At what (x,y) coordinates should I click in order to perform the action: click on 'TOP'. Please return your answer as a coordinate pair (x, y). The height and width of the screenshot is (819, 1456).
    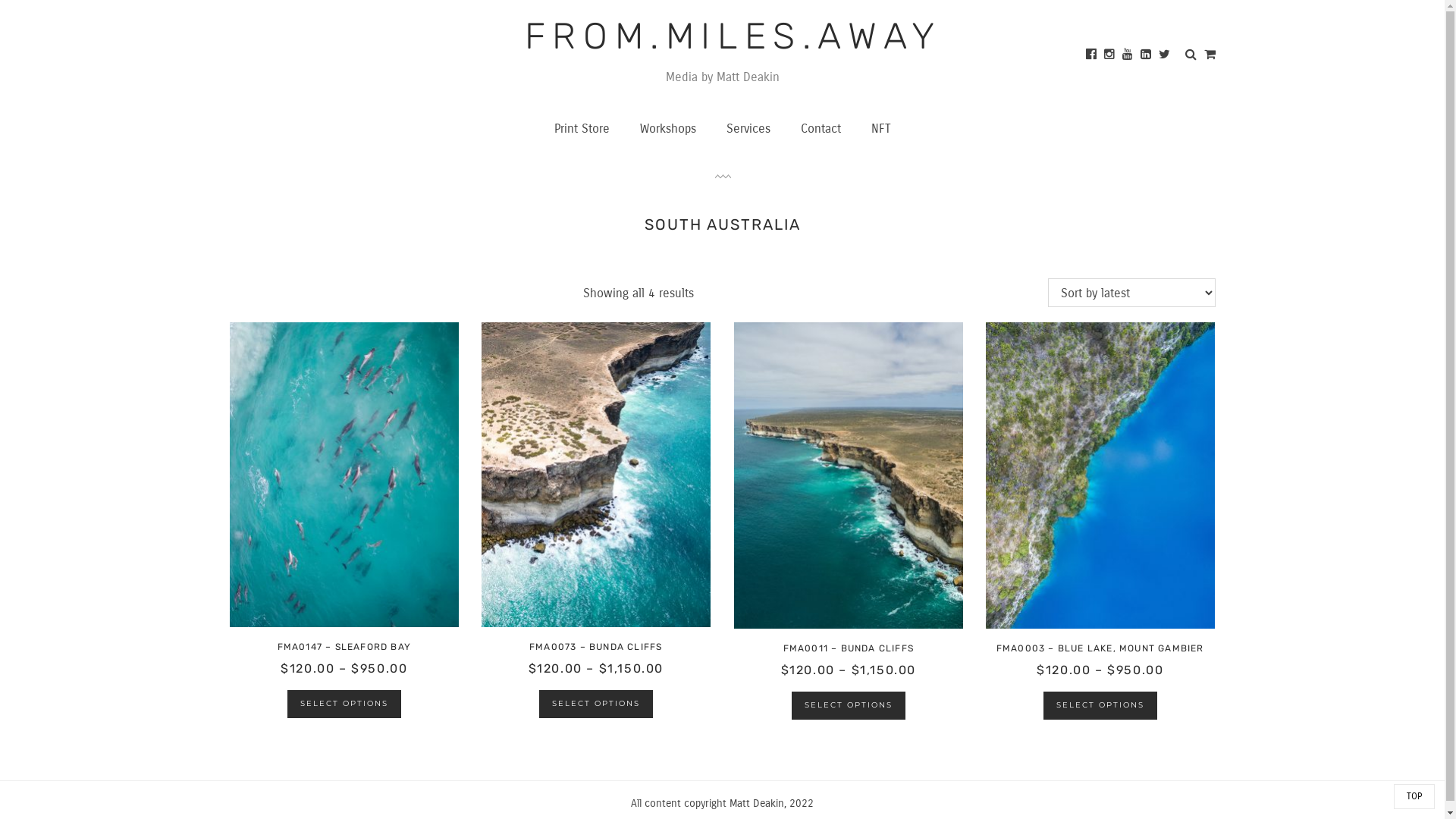
    Looking at the image, I should click on (1414, 795).